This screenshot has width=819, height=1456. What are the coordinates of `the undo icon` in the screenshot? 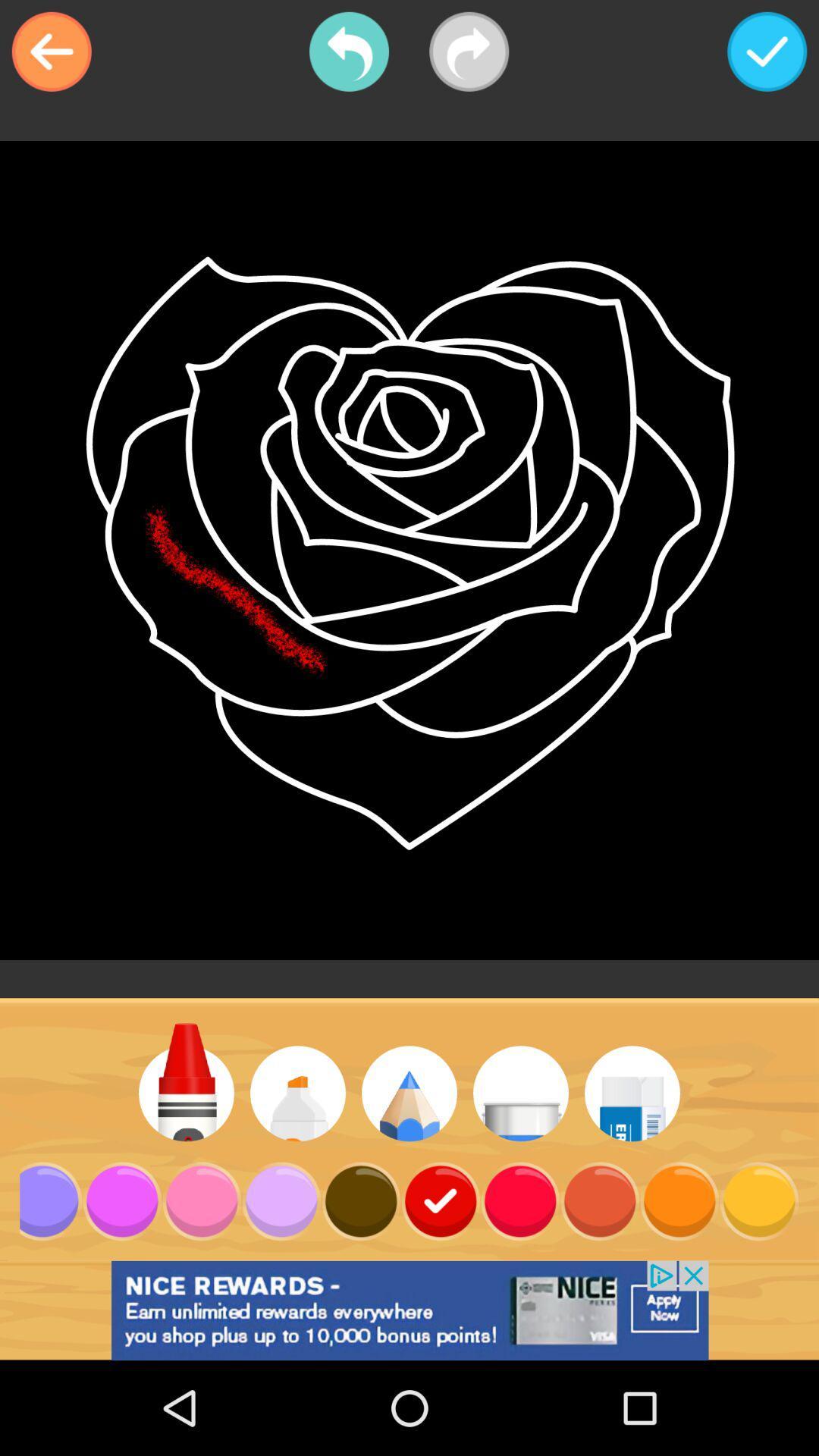 It's located at (349, 52).